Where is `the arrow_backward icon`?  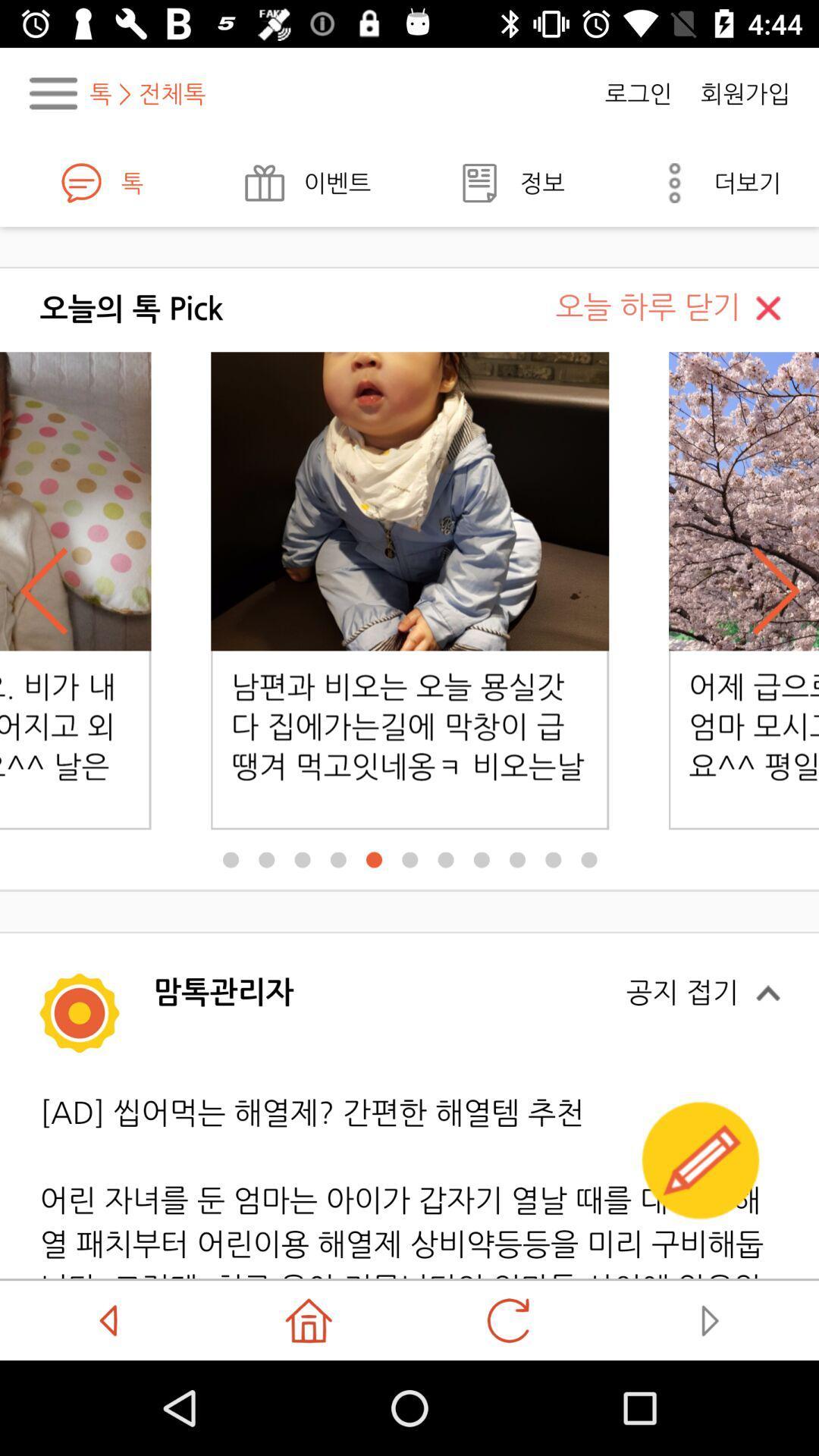 the arrow_backward icon is located at coordinates (107, 1319).